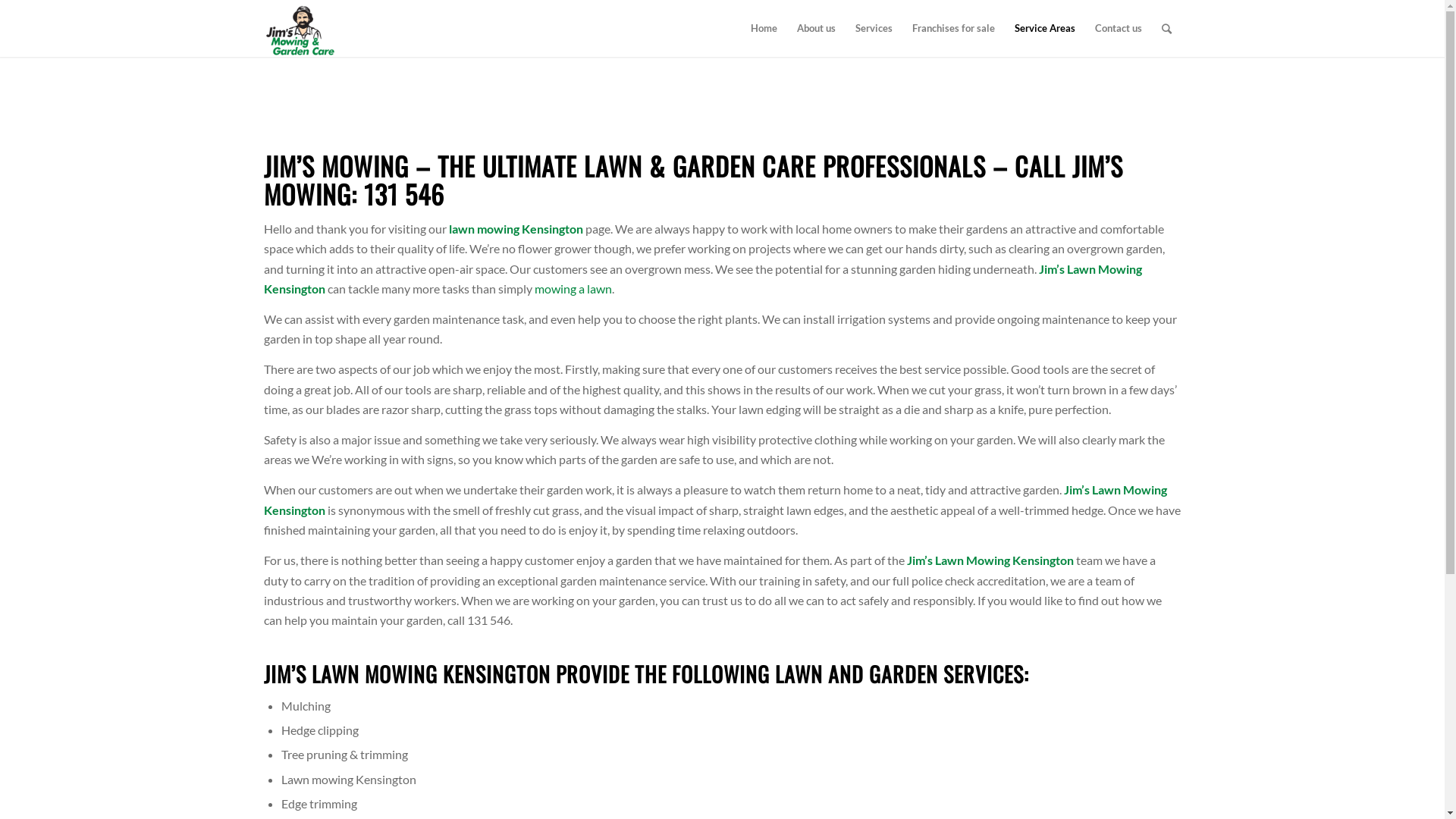 Image resolution: width=1456 pixels, height=819 pixels. What do you see at coordinates (873, 28) in the screenshot?
I see `'Services'` at bounding box center [873, 28].